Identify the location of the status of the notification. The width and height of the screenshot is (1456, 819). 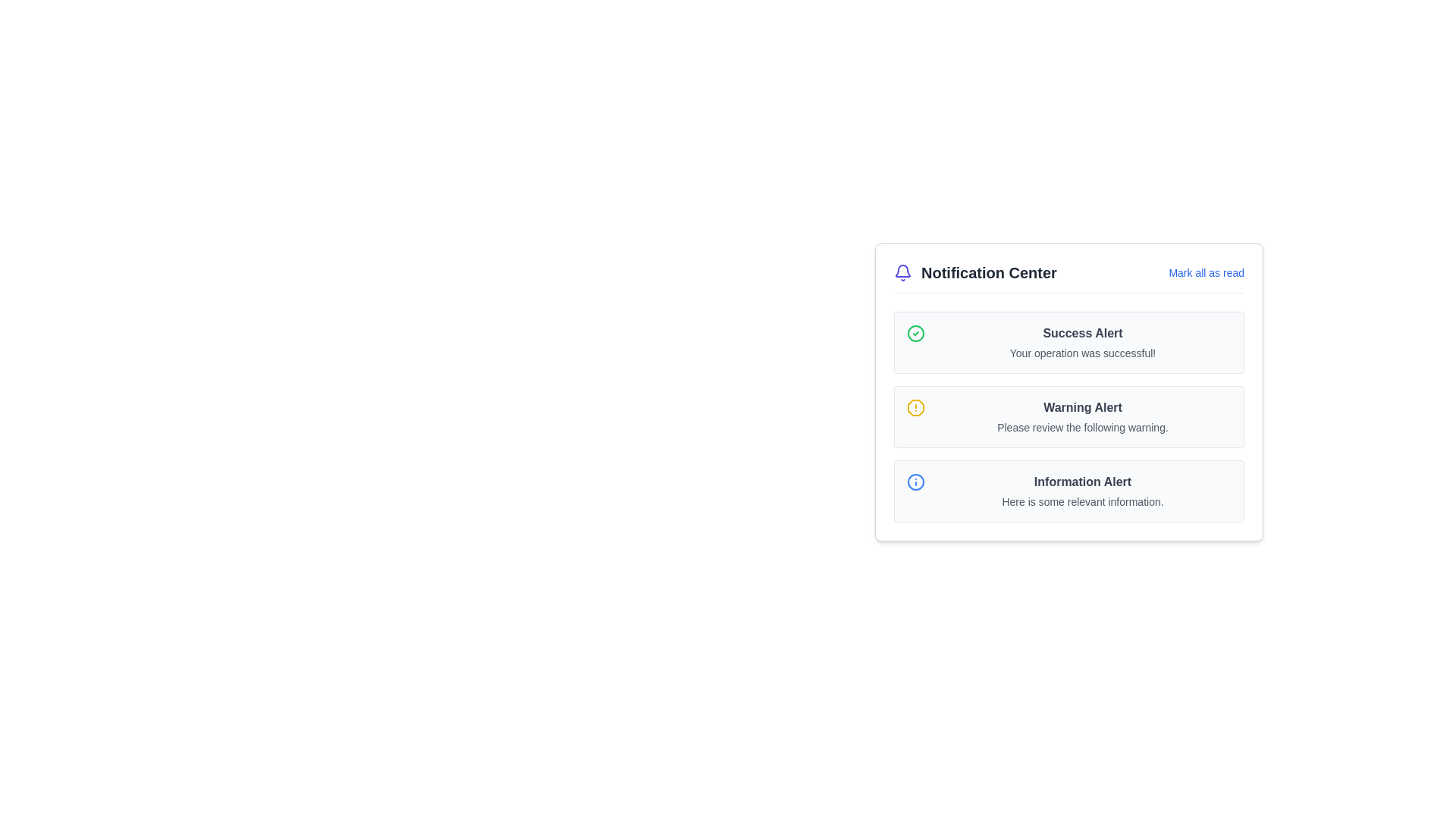
(1068, 342).